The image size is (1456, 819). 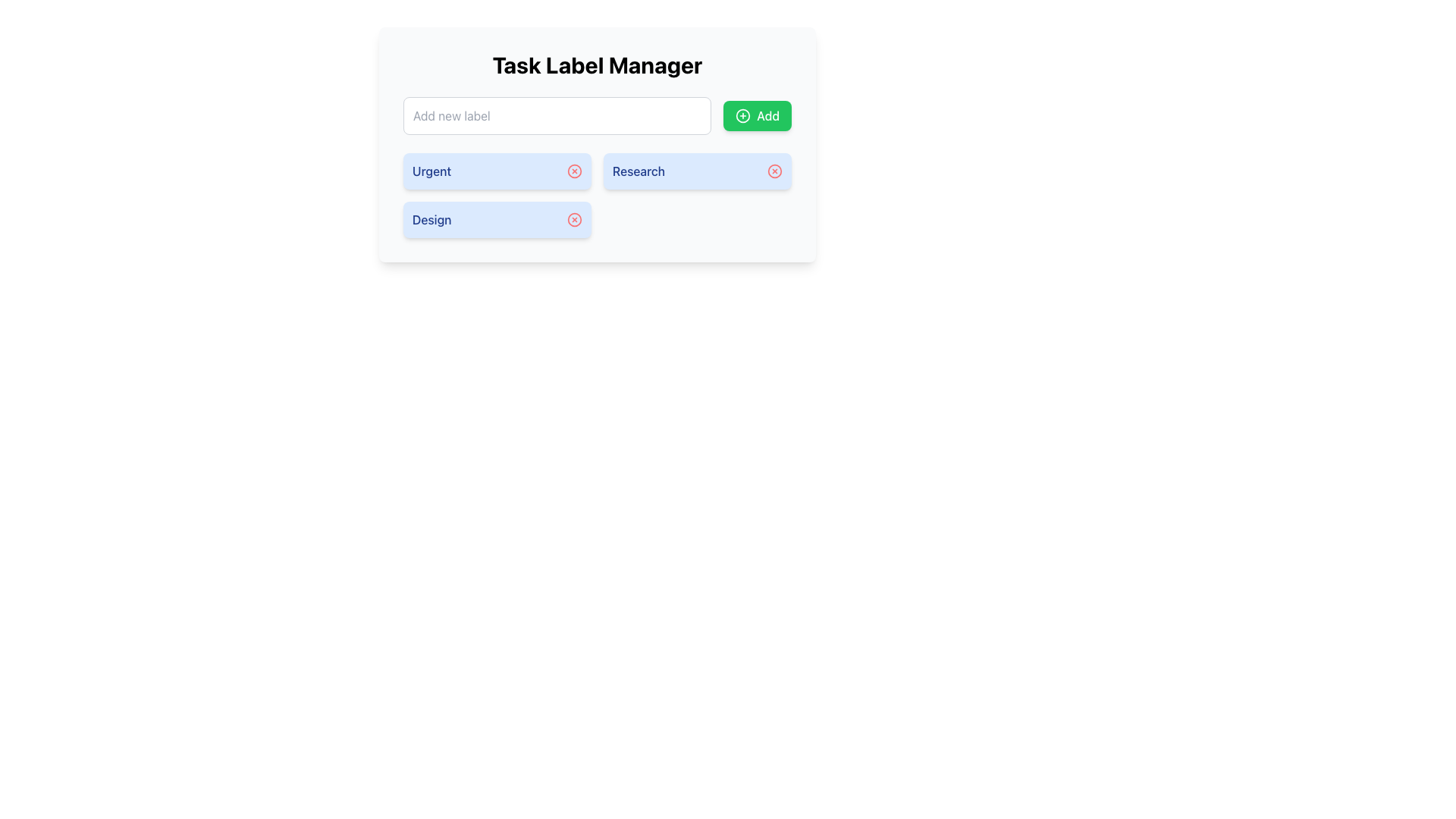 What do you see at coordinates (743, 115) in the screenshot?
I see `the plus icon within the green circular border located inside the 'Add' button at the top-right corner of the 'Task Label Manager' interface` at bounding box center [743, 115].